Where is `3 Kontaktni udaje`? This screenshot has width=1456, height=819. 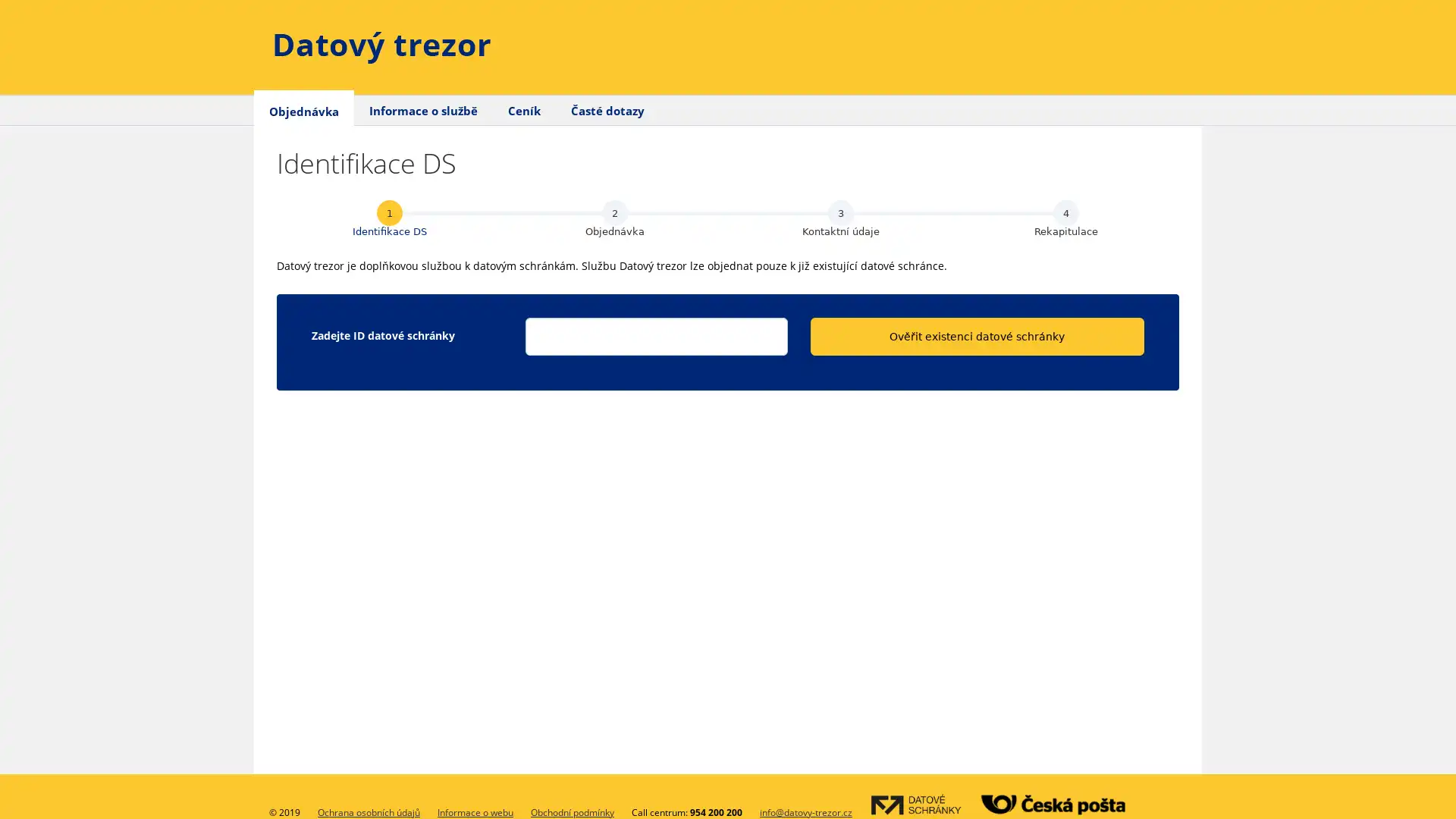
3 Kontaktni udaje is located at coordinates (839, 218).